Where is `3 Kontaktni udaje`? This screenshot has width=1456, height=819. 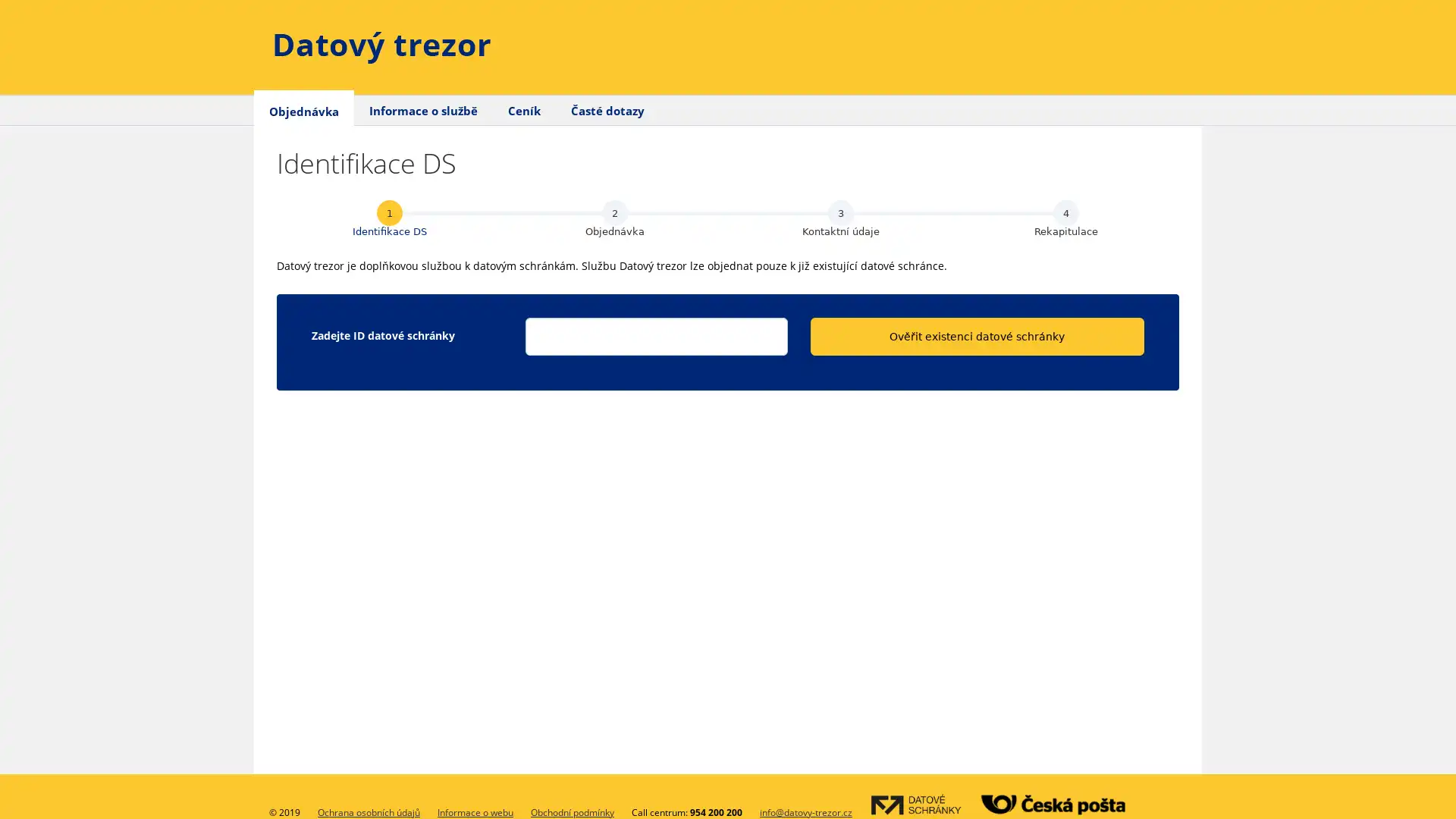
3 Kontaktni udaje is located at coordinates (839, 218).